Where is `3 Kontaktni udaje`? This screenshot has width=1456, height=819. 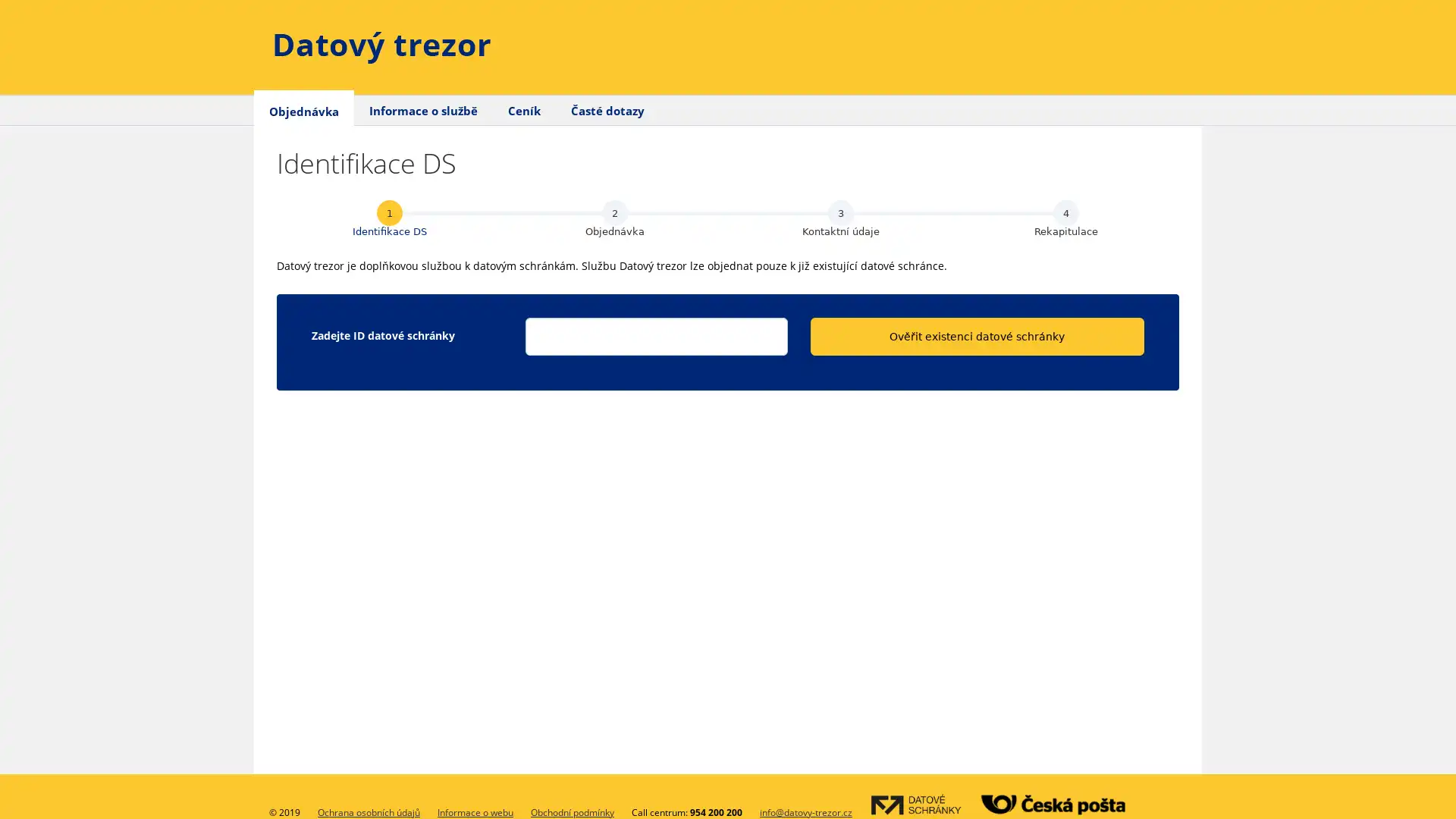
3 Kontaktni udaje is located at coordinates (839, 218).